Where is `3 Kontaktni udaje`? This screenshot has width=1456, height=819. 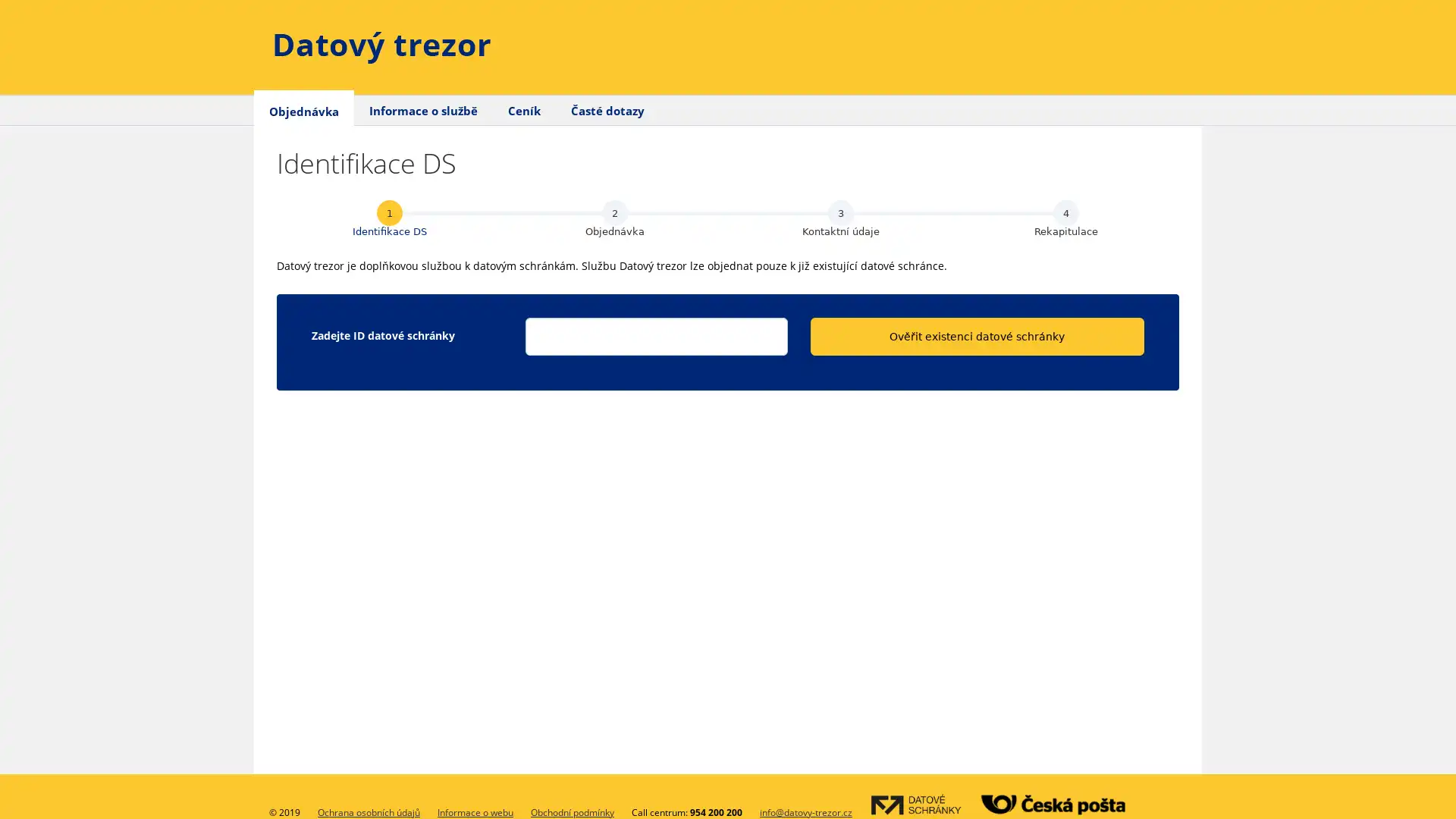
3 Kontaktni udaje is located at coordinates (839, 218).